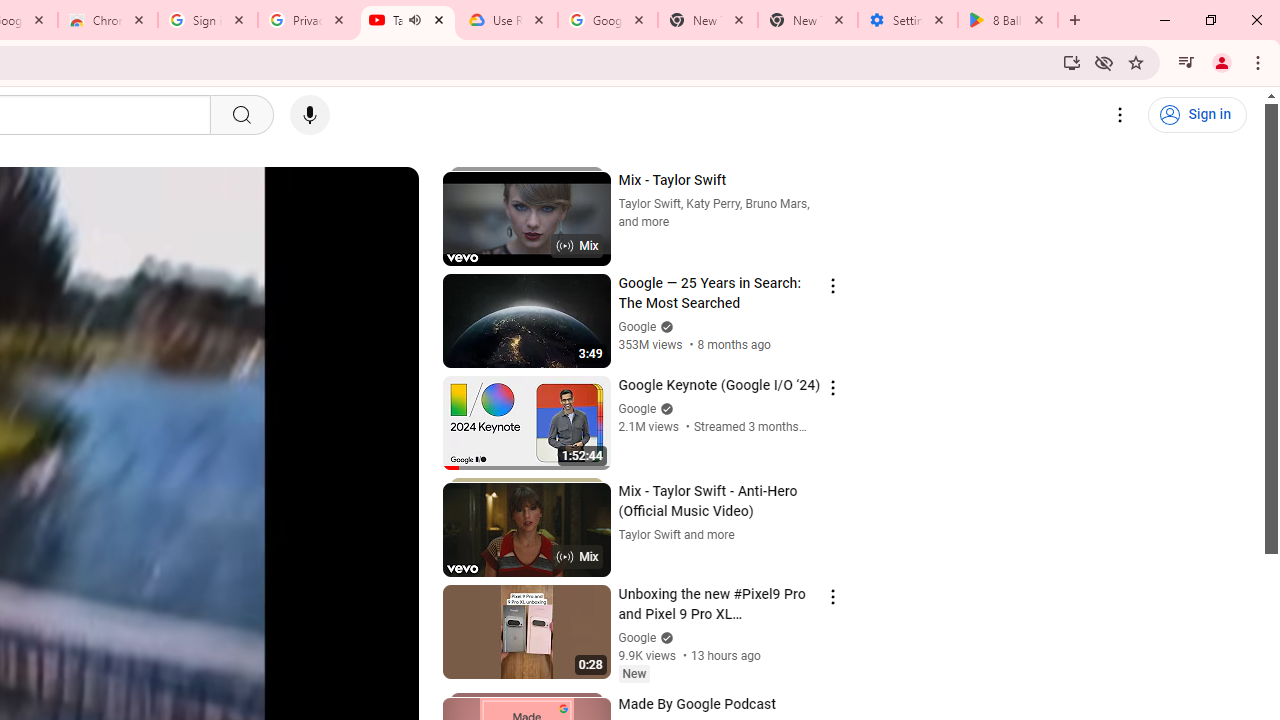  What do you see at coordinates (106, 20) in the screenshot?
I see `'Chrome Web Store - Color themes by Chrome'` at bounding box center [106, 20].